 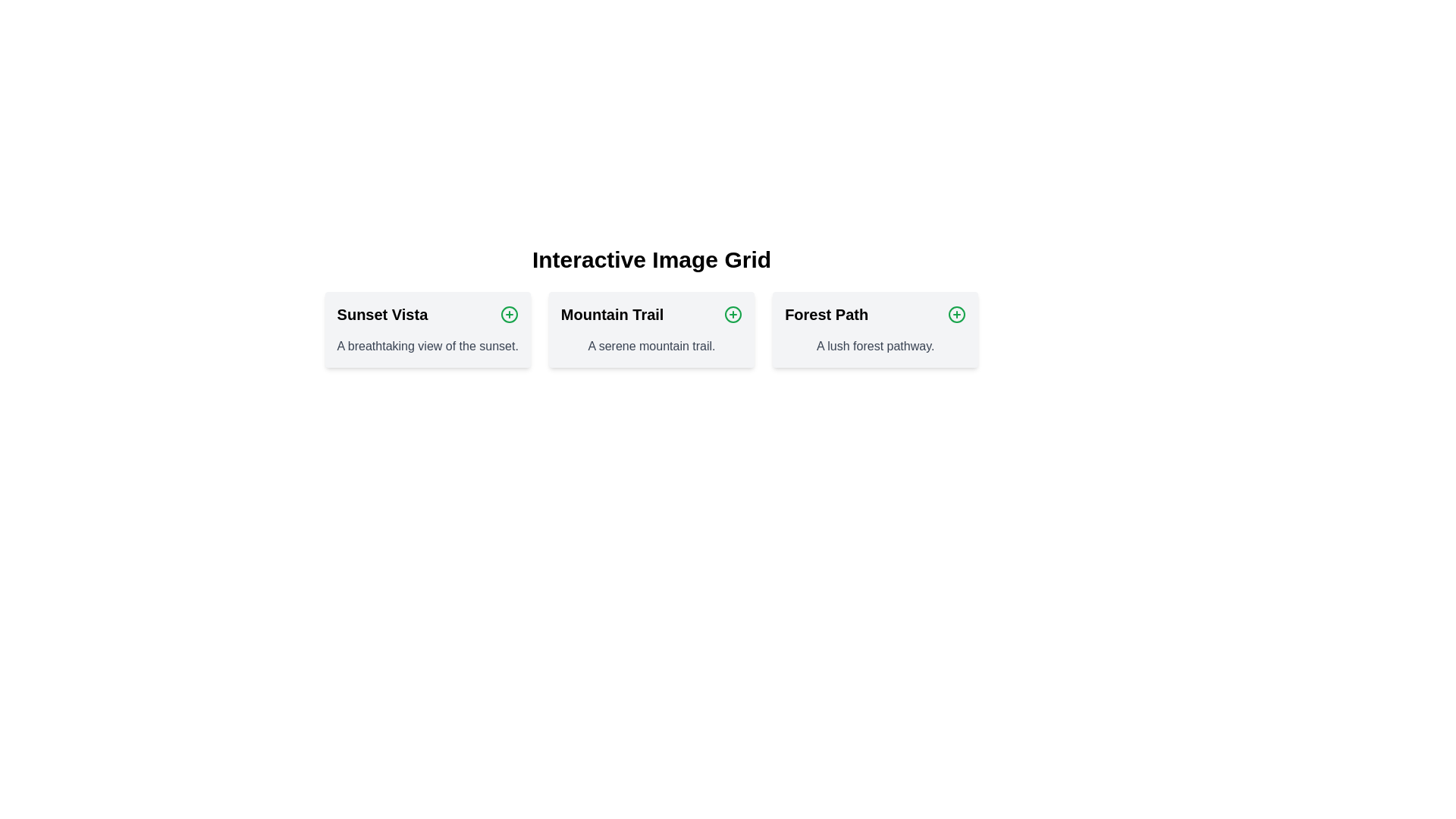 What do you see at coordinates (651, 329) in the screenshot?
I see `the card labeled 'Mountain Trail' in the grid layout` at bounding box center [651, 329].